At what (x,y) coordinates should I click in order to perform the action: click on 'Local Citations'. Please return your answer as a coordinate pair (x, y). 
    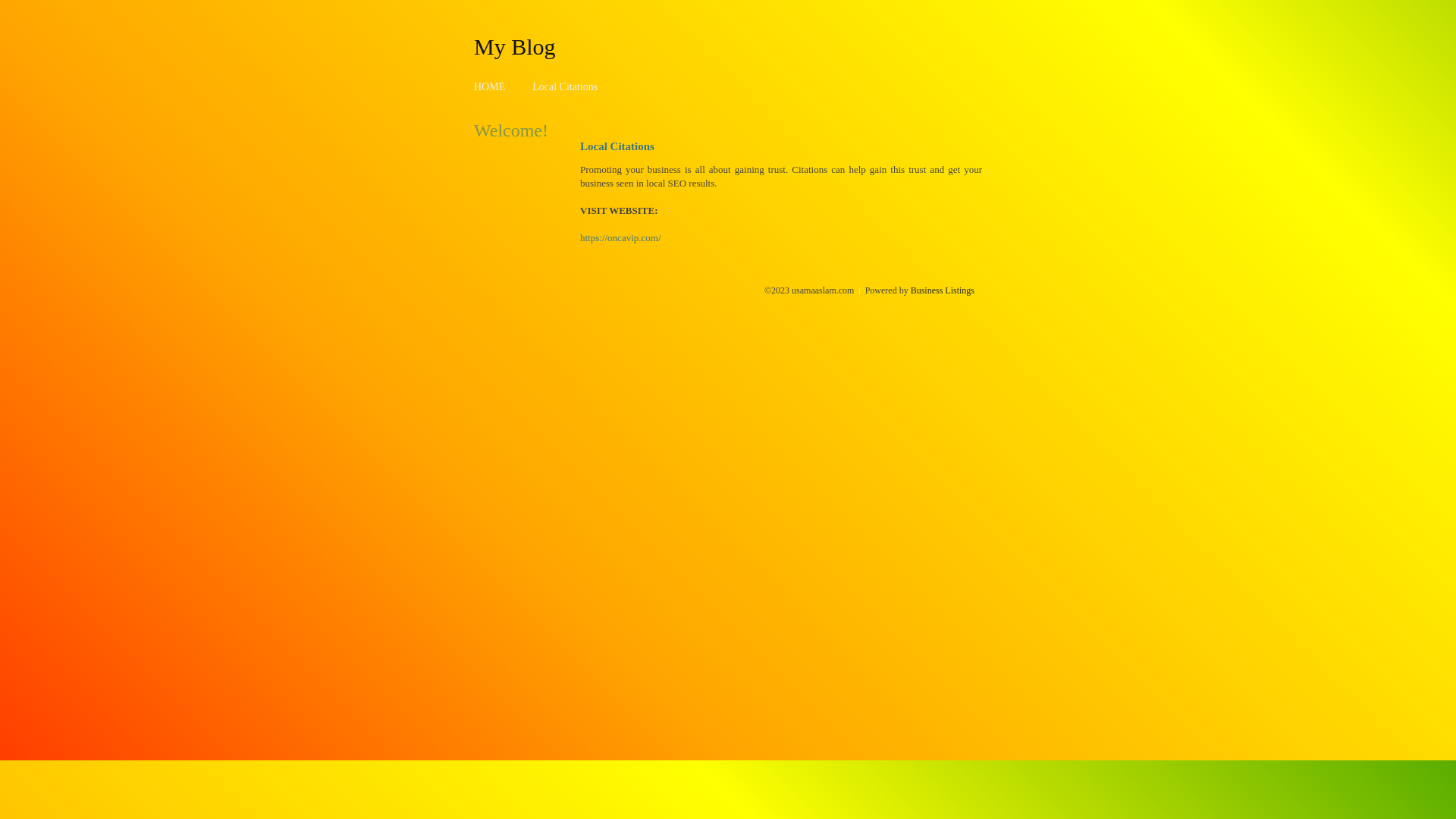
    Looking at the image, I should click on (563, 86).